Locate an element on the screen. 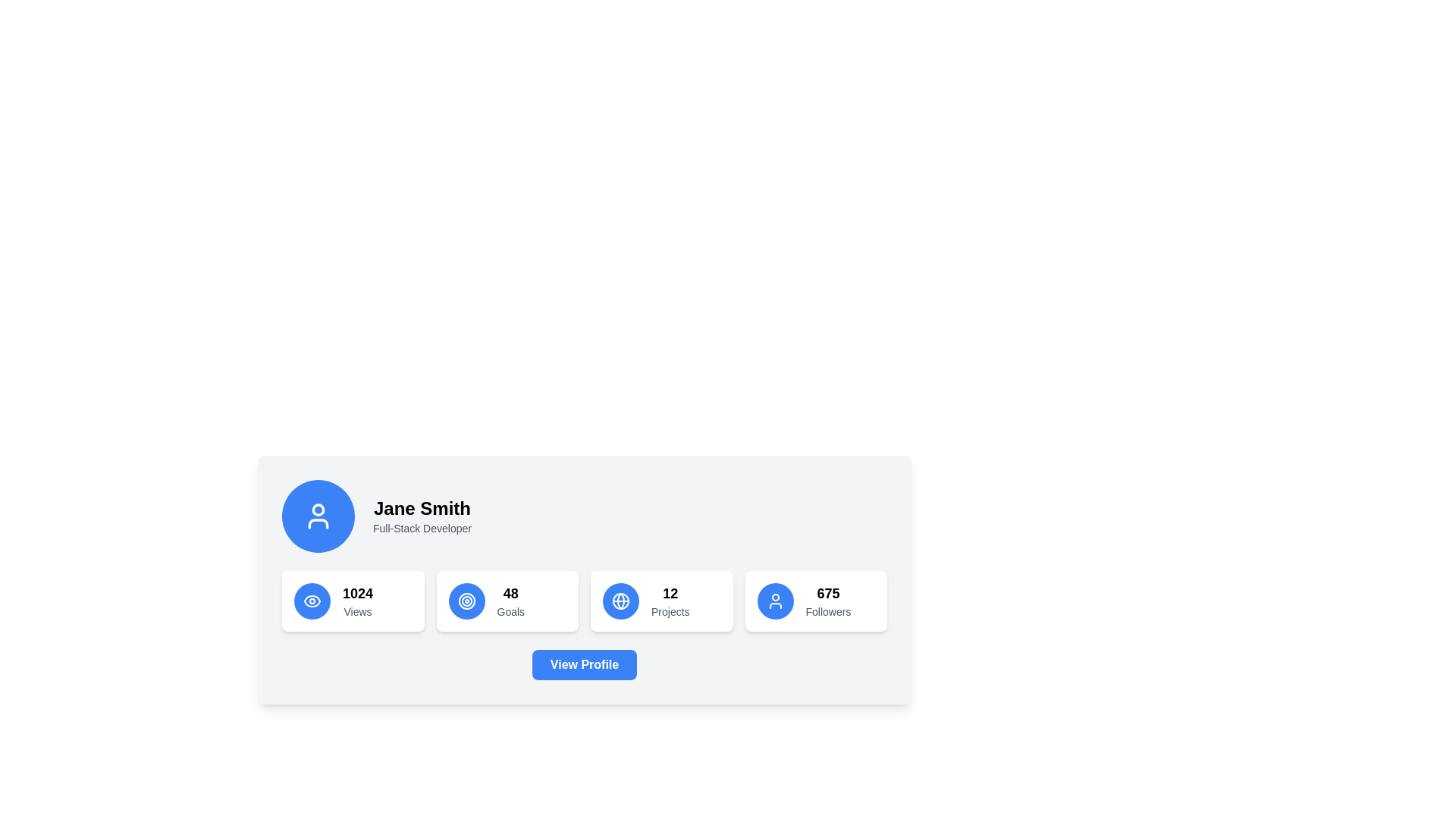 The image size is (1456, 819). the decorative graphic component of the user avatar icon located in the lower portion of the avatar on the left side of the user card interface is located at coordinates (318, 522).